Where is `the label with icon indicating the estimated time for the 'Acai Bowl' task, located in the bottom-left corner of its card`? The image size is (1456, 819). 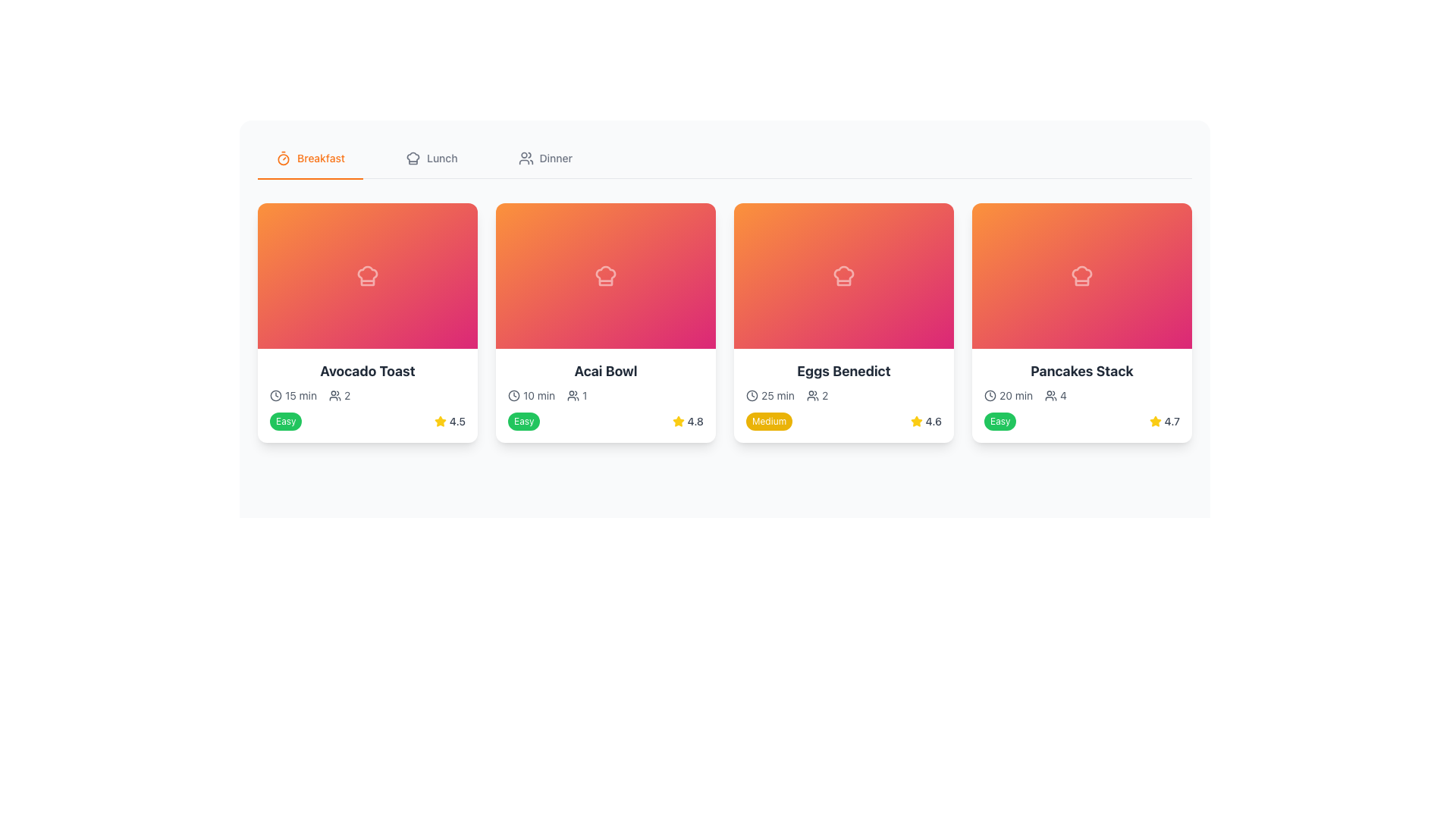 the label with icon indicating the estimated time for the 'Acai Bowl' task, located in the bottom-left corner of its card is located at coordinates (532, 394).